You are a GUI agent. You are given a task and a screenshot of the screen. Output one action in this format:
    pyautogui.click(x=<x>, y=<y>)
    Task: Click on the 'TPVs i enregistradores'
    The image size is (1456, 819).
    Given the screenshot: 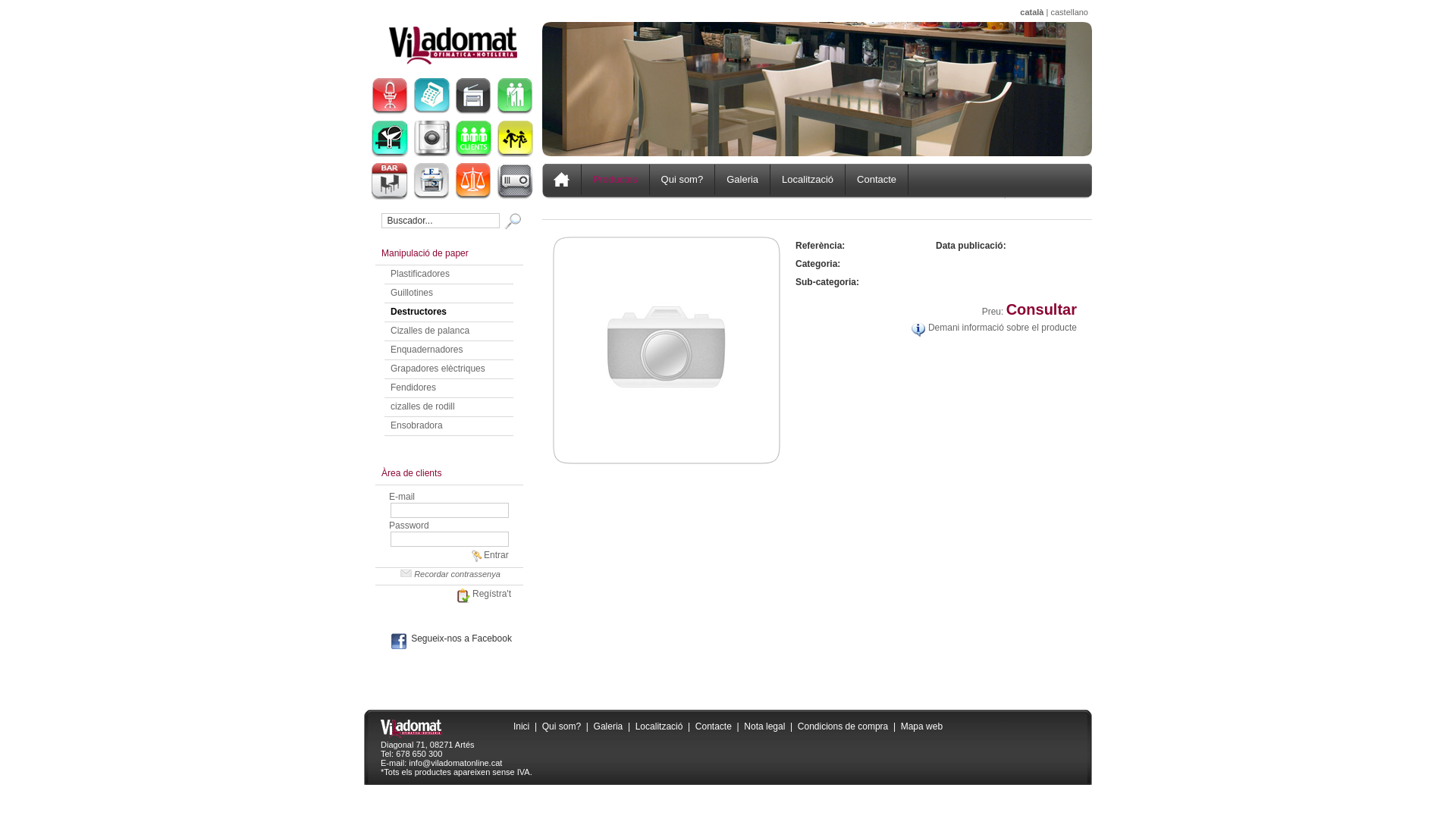 What is the action you would take?
    pyautogui.click(x=431, y=96)
    